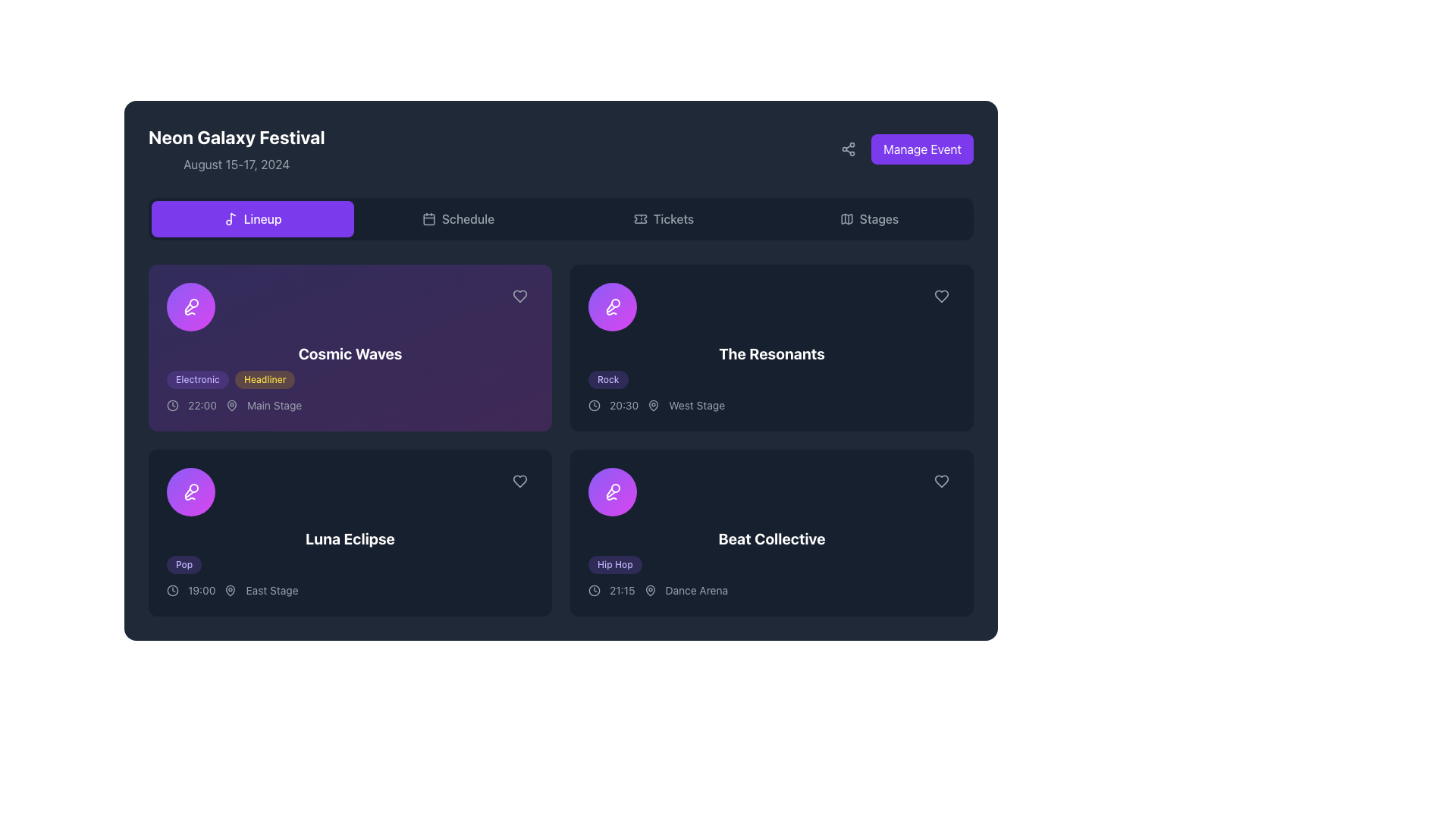 The height and width of the screenshot is (819, 1456). What do you see at coordinates (771, 538) in the screenshot?
I see `the title label of the card located at the bottom-right section of the interface, which indicates a featured name or event` at bounding box center [771, 538].